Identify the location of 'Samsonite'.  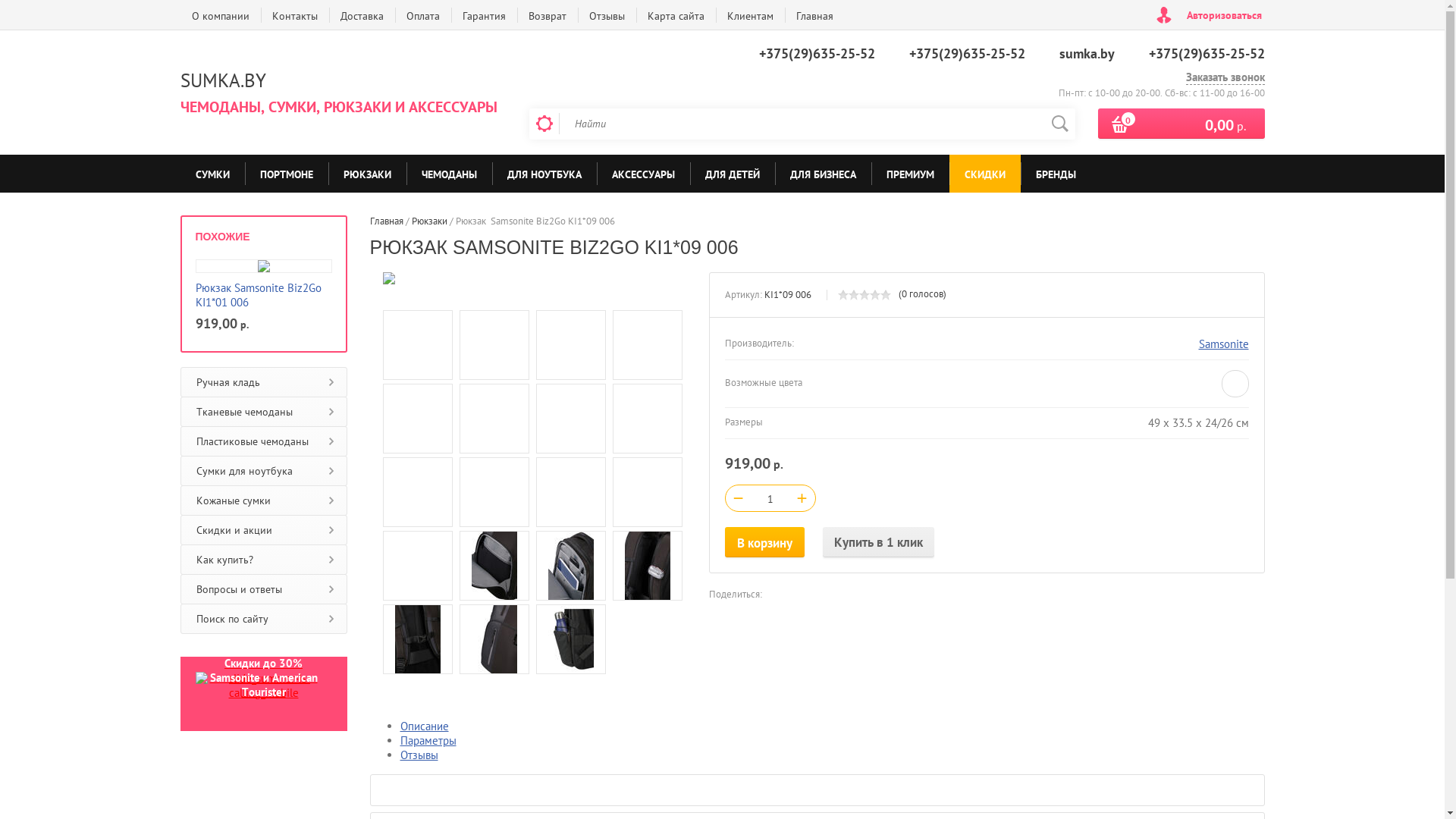
(1222, 344).